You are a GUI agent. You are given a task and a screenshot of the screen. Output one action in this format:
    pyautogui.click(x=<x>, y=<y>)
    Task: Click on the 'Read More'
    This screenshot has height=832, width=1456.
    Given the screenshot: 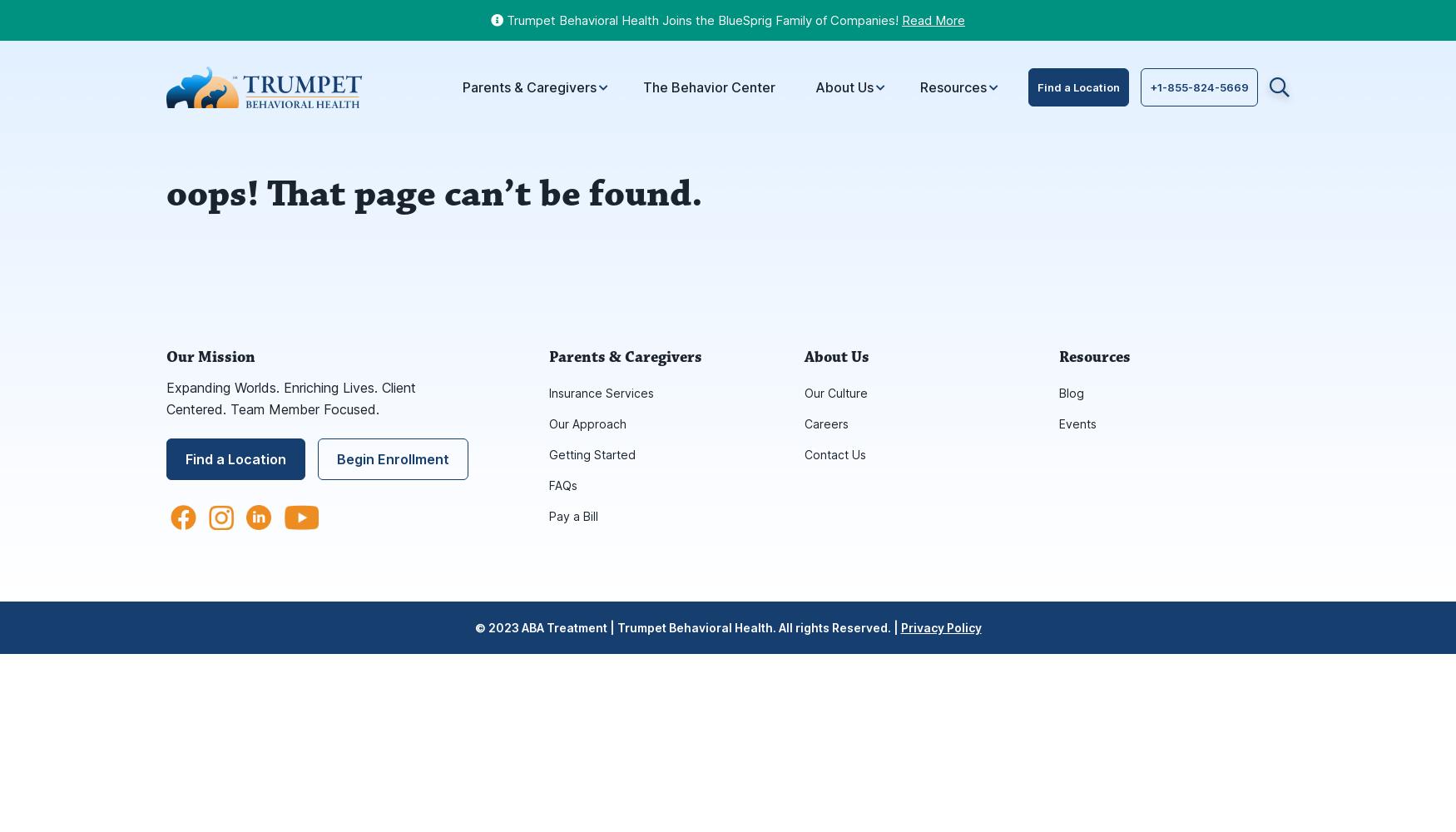 What is the action you would take?
    pyautogui.click(x=901, y=20)
    